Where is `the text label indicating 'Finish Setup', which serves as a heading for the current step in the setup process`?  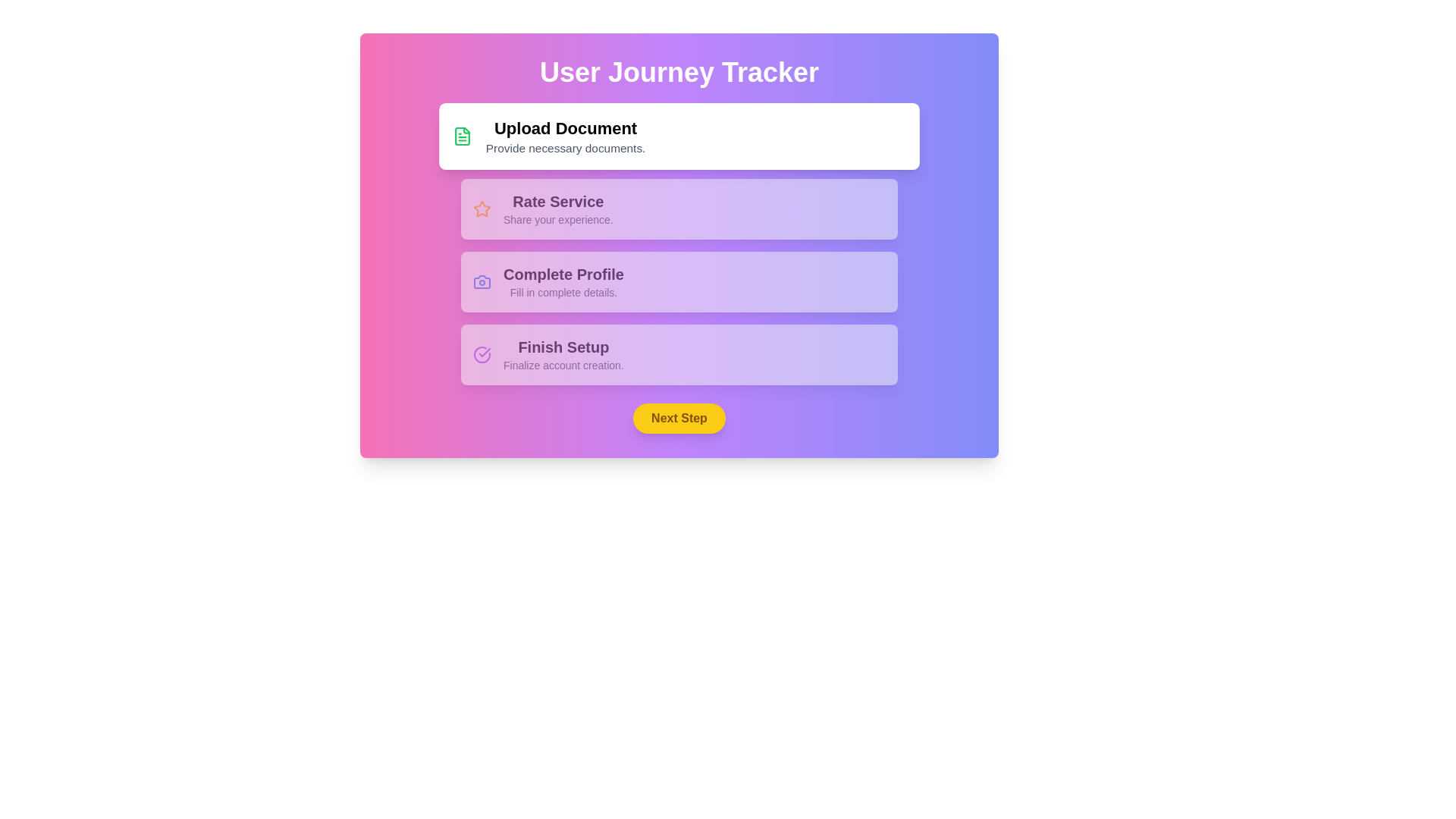
the text label indicating 'Finish Setup', which serves as a heading for the current step in the setup process is located at coordinates (563, 347).